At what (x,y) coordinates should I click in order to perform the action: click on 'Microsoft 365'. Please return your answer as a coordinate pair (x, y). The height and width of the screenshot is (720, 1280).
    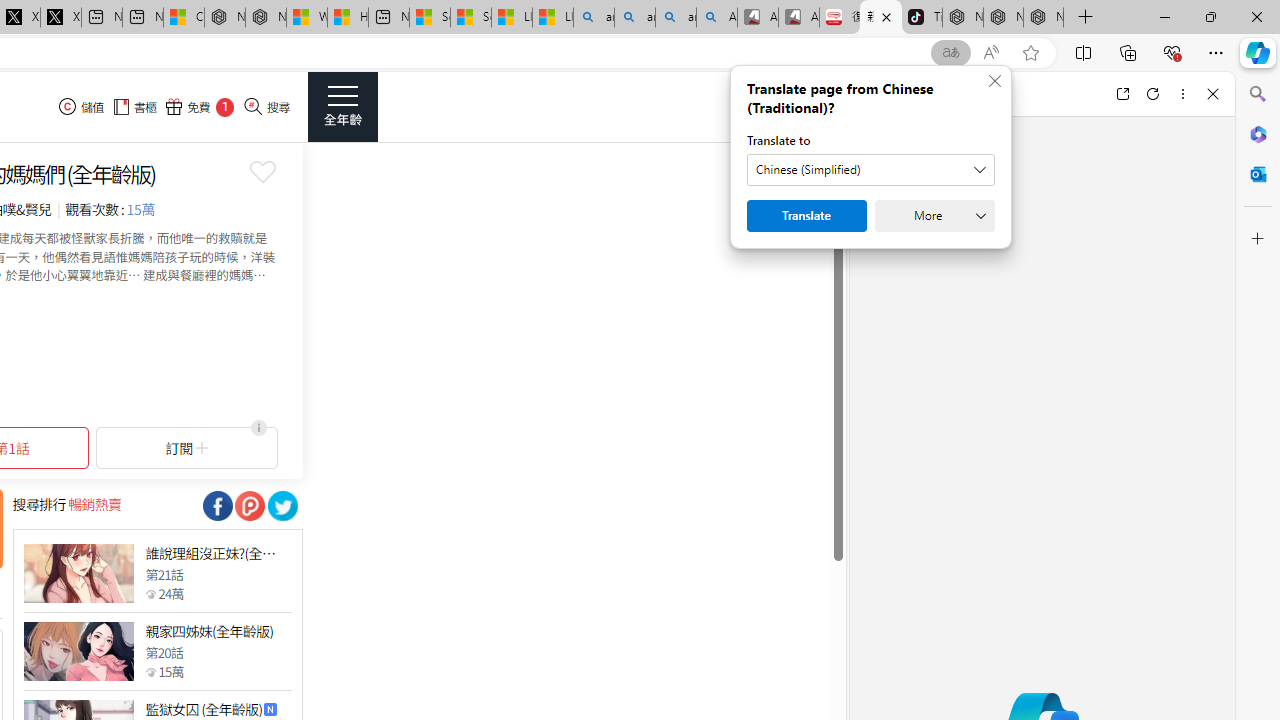
    Looking at the image, I should click on (1257, 133).